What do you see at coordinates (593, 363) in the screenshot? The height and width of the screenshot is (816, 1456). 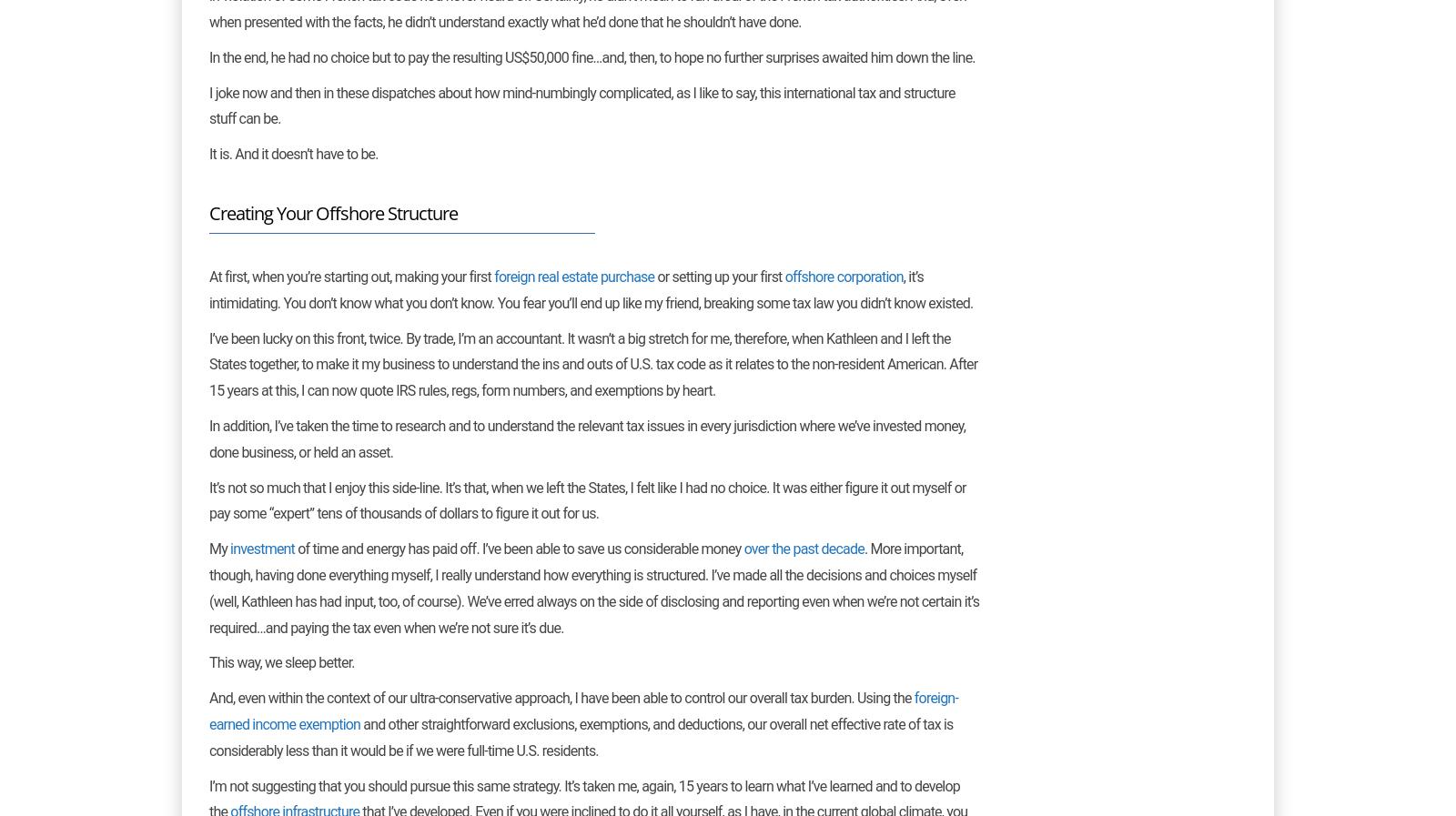 I see `'I’ve been lucky on this front, twice. By trade, I’m an accountant. It wasn’t a big stretch for me, therefore, when Kathleen and I left the States together, to make it my business to understand the ins and outs of U.S. tax code as it relates to the non-resident American. After 15 years at this, I can now quote IRS rules, regs, form numbers, and exemptions by heart.'` at bounding box center [593, 363].